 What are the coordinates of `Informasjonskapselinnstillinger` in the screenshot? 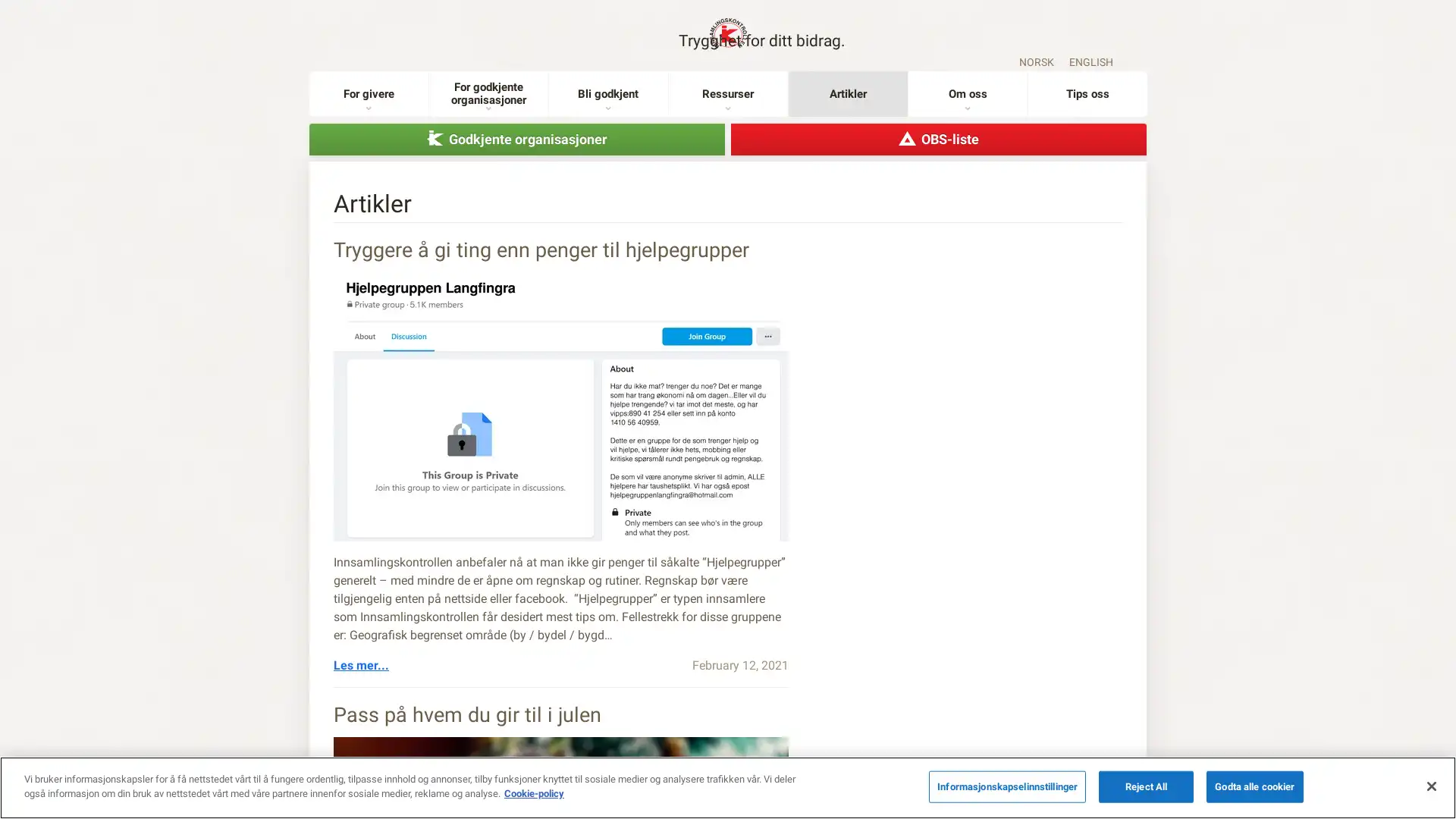 It's located at (1007, 786).